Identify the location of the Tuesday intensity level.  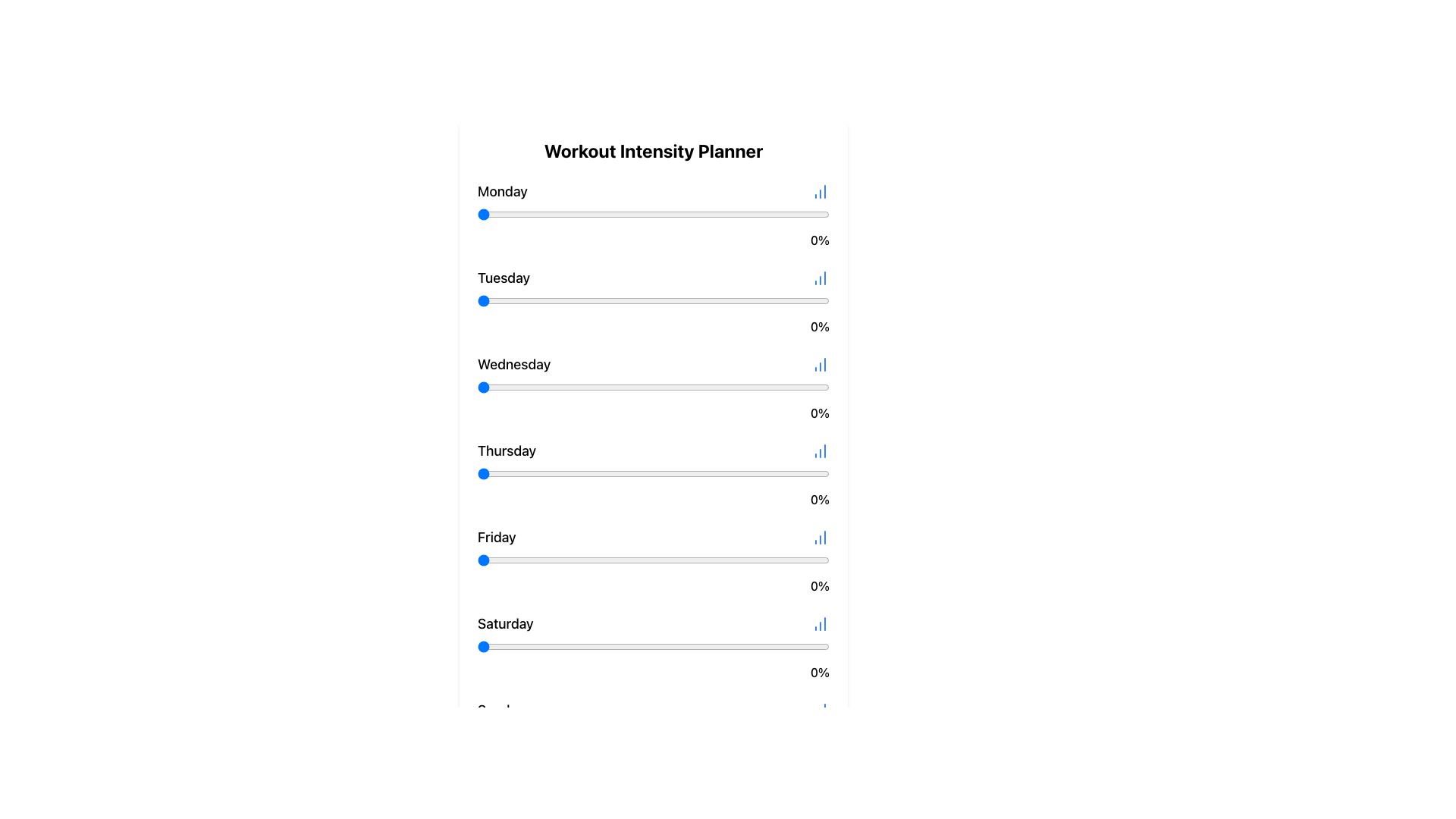
(667, 301).